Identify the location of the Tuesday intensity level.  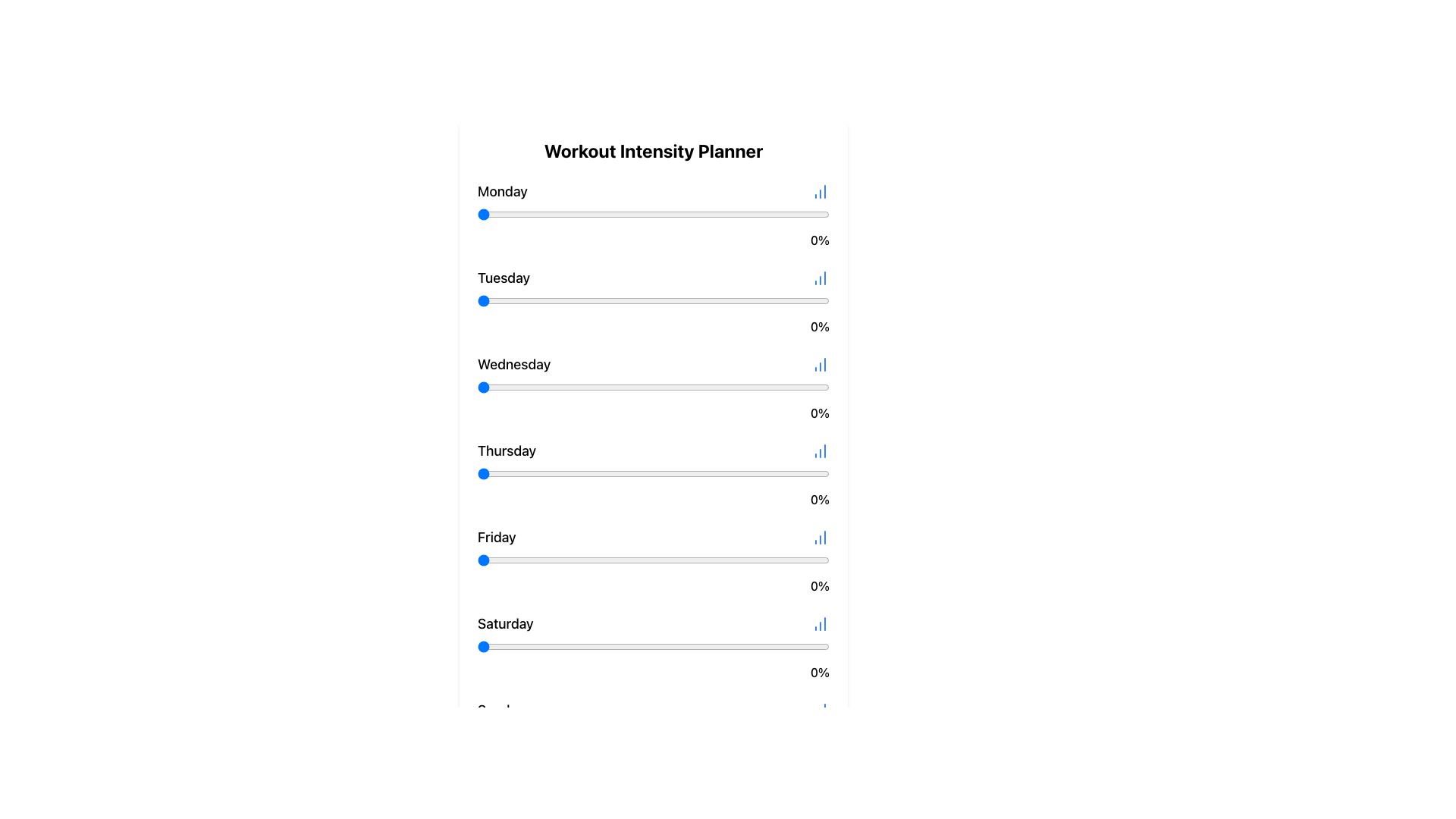
(667, 301).